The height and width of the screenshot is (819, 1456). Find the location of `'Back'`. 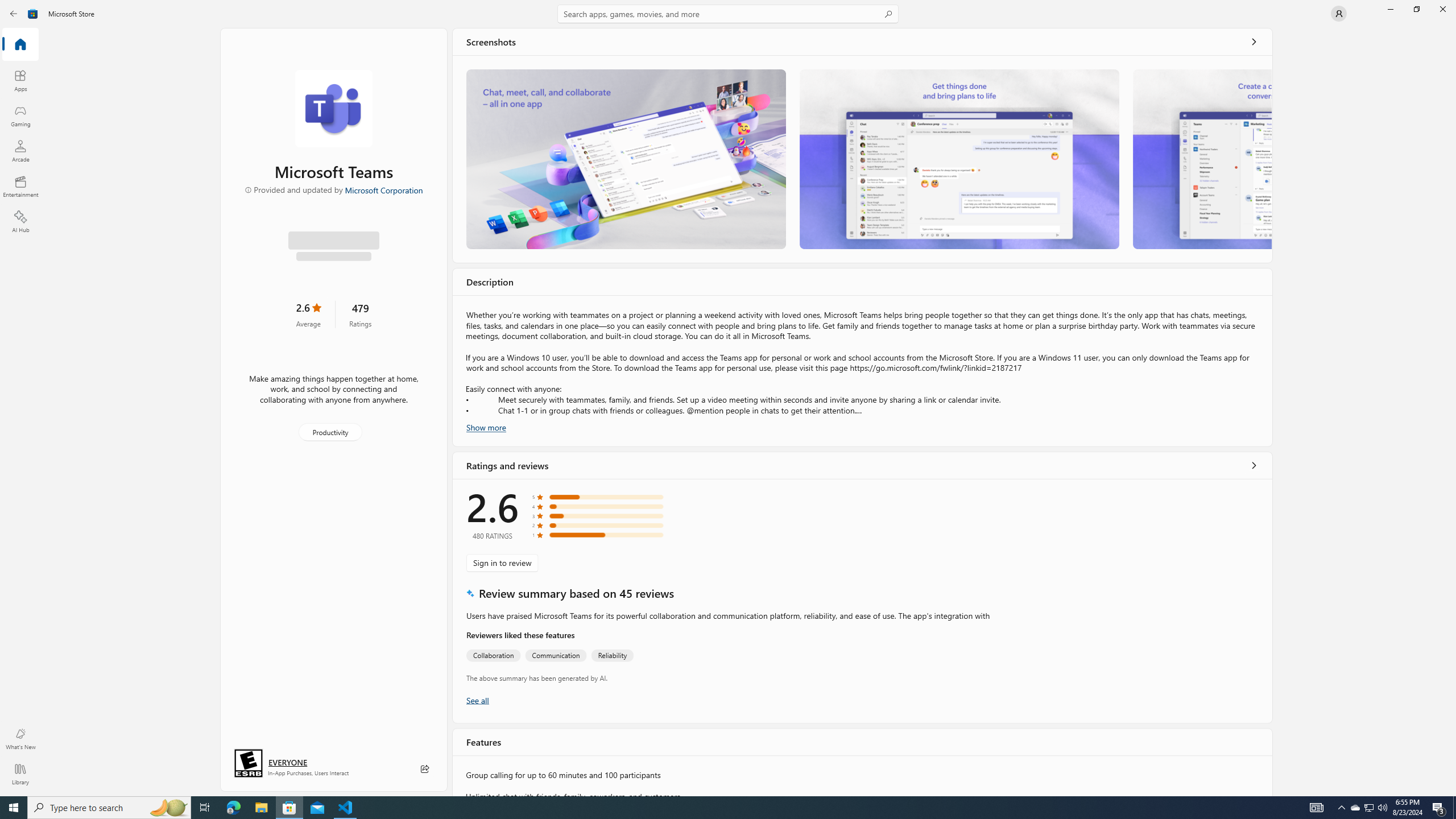

'Back' is located at coordinates (14, 13).